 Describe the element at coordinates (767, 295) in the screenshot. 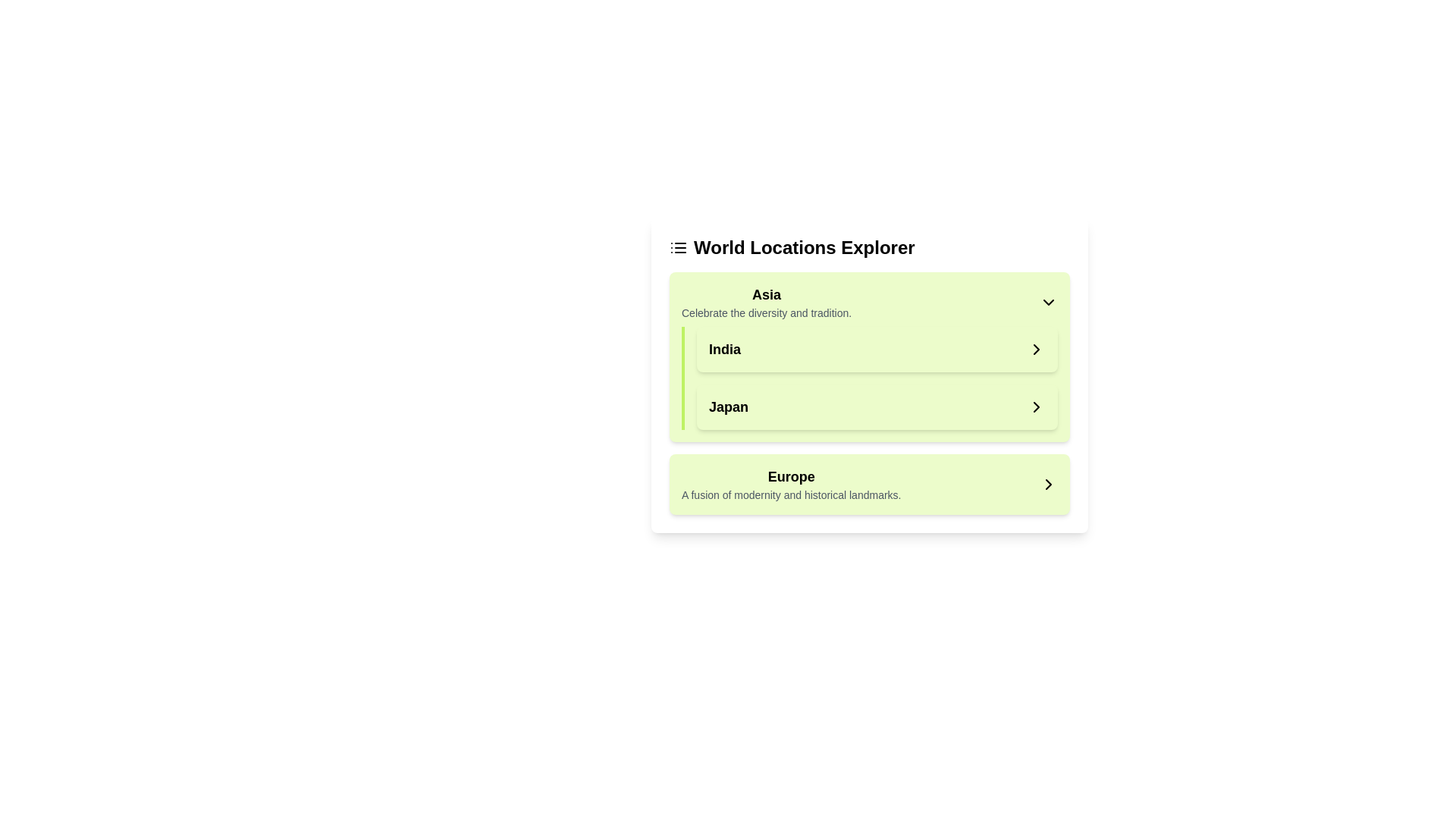

I see `the Text Label that serves as the title for the 'Asia' section, which is positioned above the smaller text description` at that location.